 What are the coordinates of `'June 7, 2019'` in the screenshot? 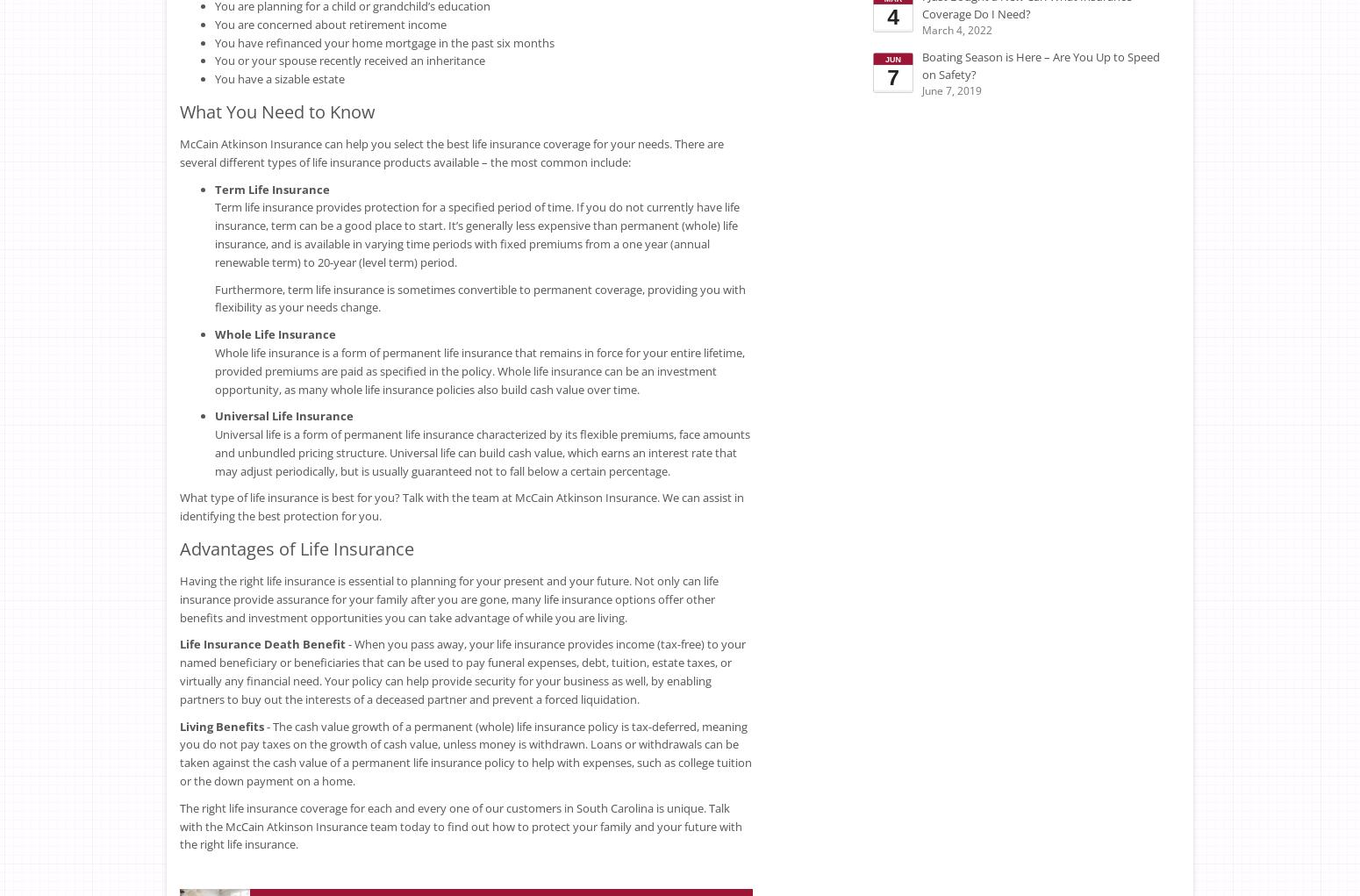 It's located at (952, 90).